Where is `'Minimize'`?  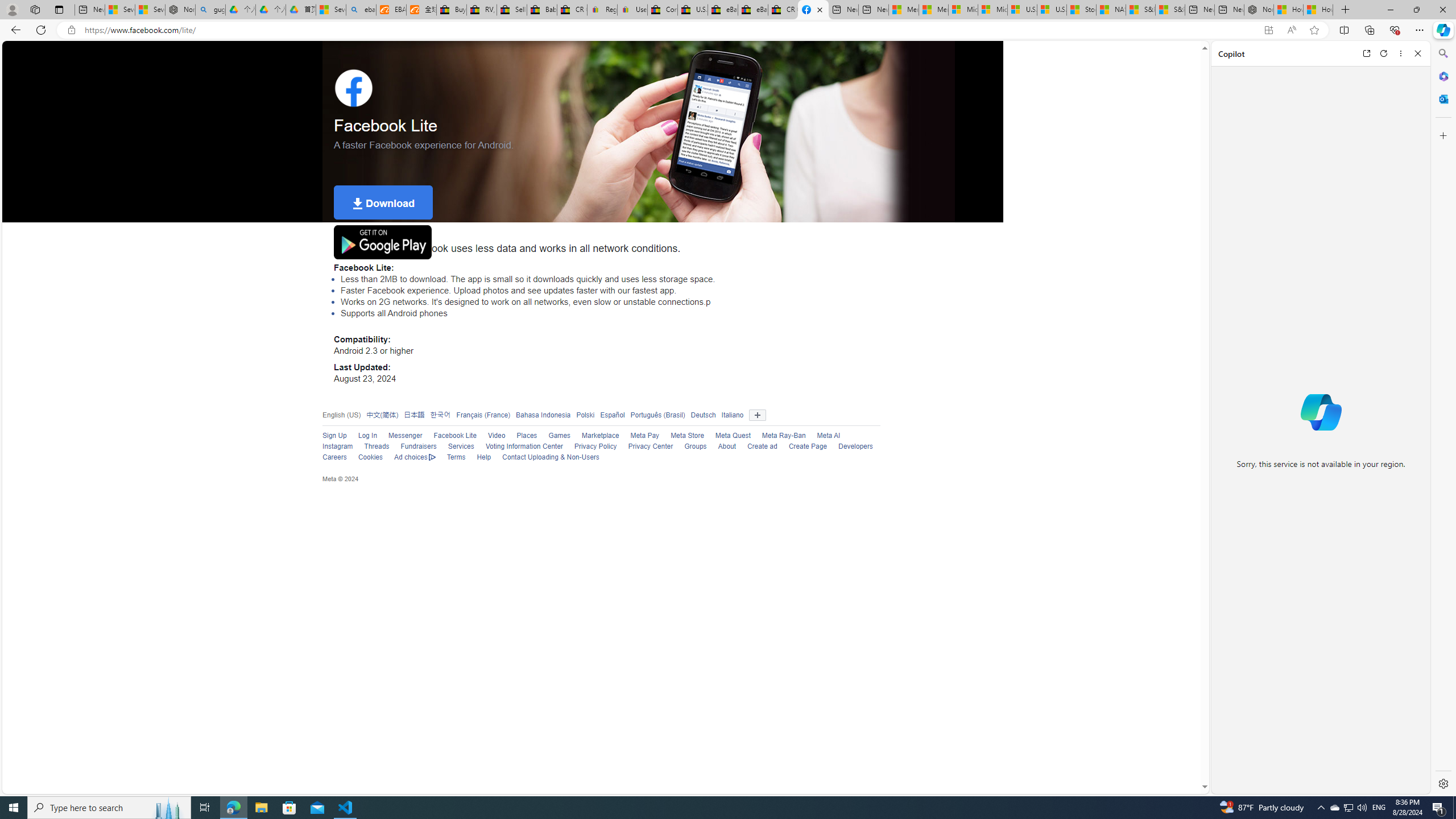 'Minimize' is located at coordinates (1389, 9).